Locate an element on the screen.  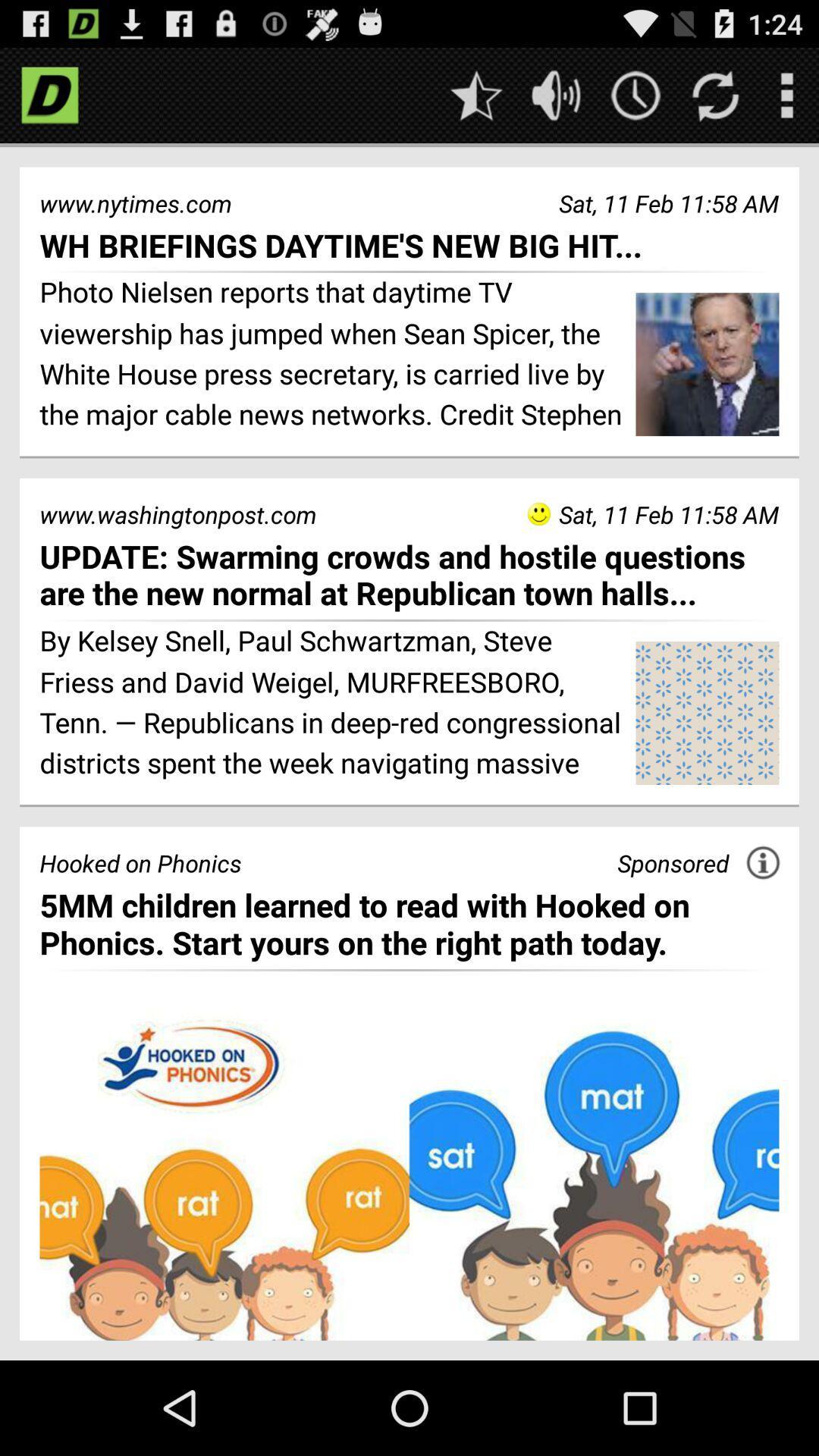
open menu is located at coordinates (786, 94).